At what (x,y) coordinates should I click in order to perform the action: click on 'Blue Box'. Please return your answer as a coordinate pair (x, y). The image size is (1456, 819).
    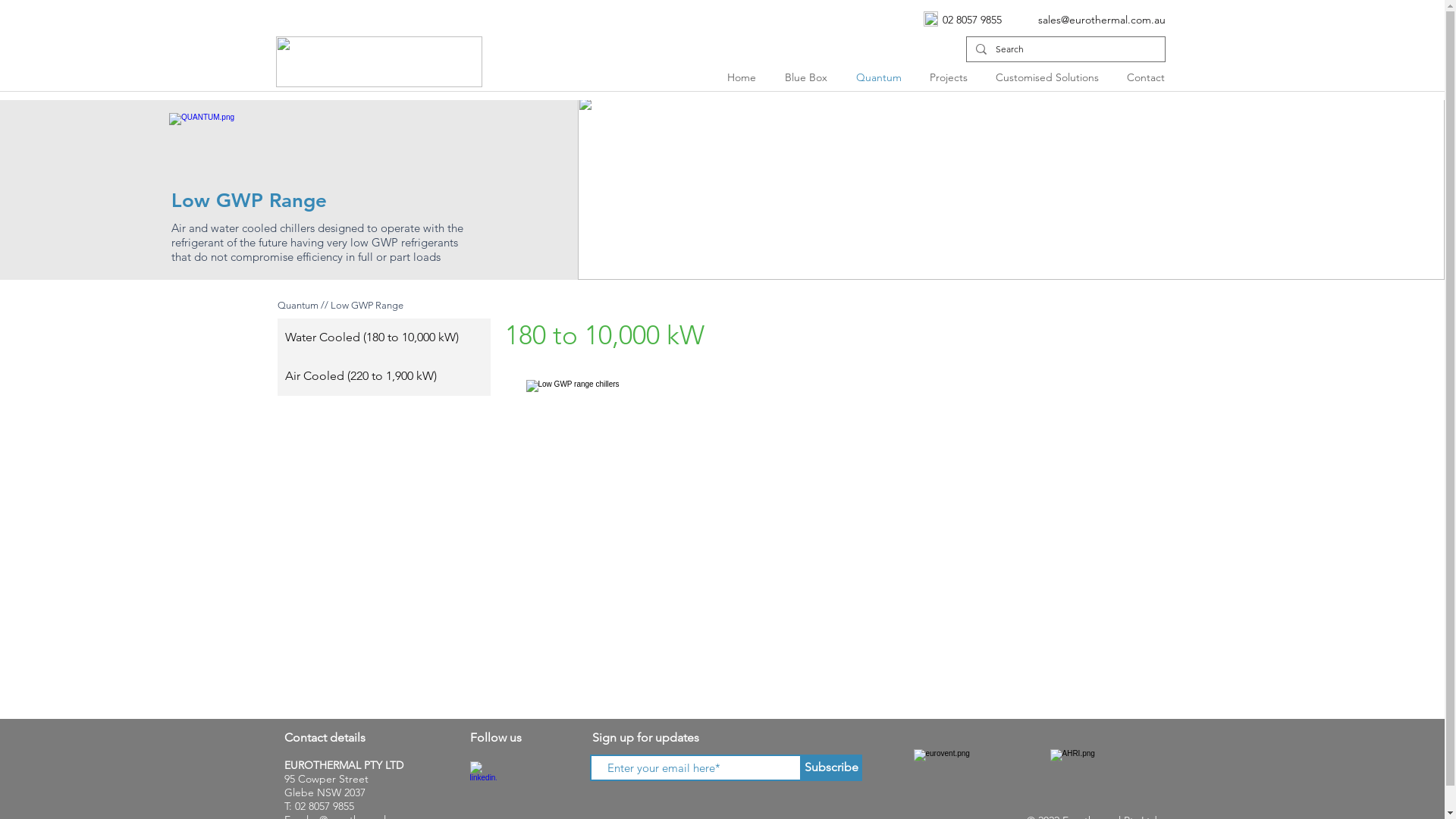
    Looking at the image, I should click on (808, 77).